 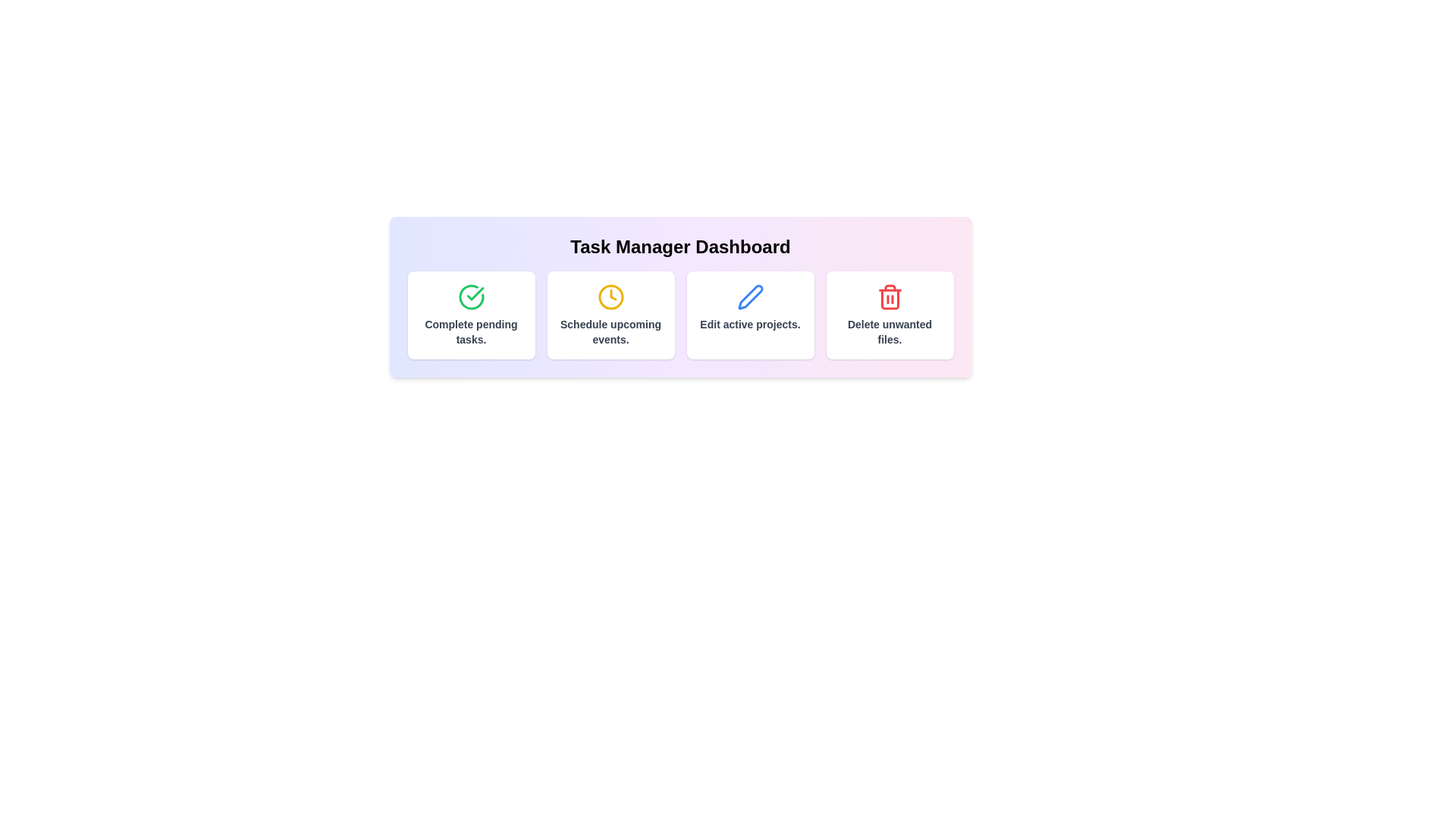 I want to click on text 'Delete unwanted files.' which is styled with a small font size and gray color, located beneath a trash can icon in the fourth card from the left, so click(x=890, y=331).